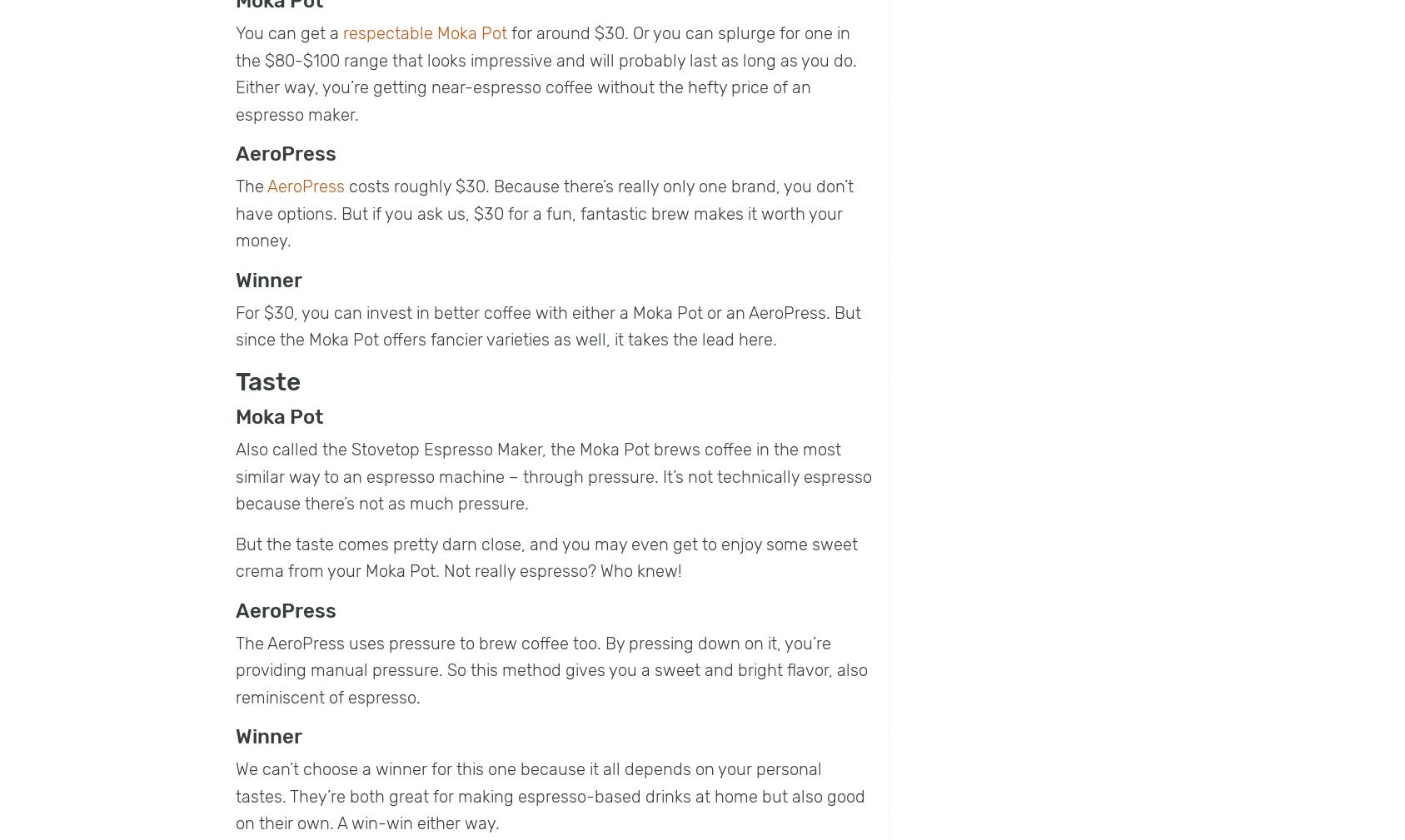  What do you see at coordinates (250, 185) in the screenshot?
I see `'The'` at bounding box center [250, 185].